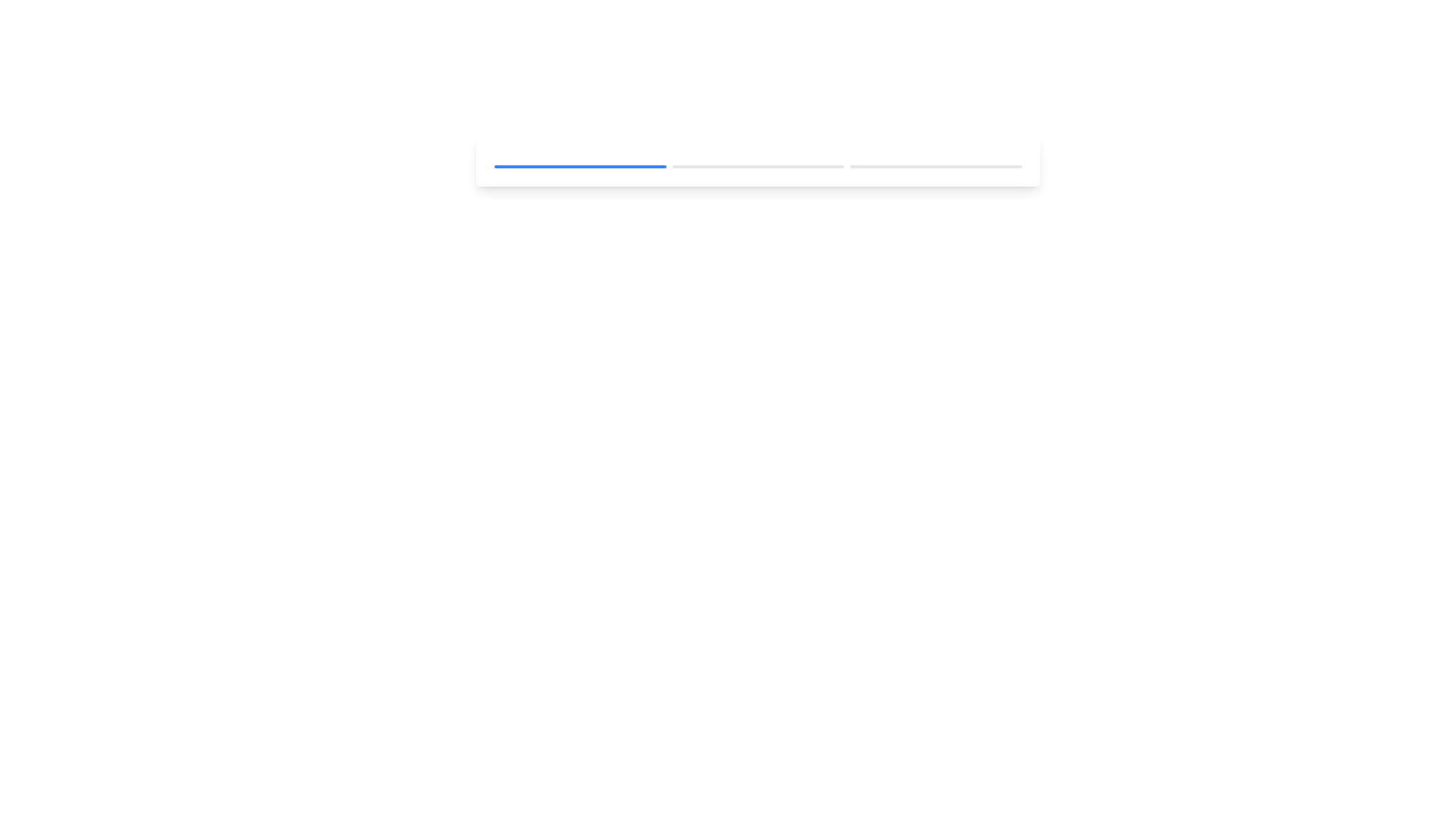 Image resolution: width=1456 pixels, height=819 pixels. I want to click on the slider, so click(827, 166).